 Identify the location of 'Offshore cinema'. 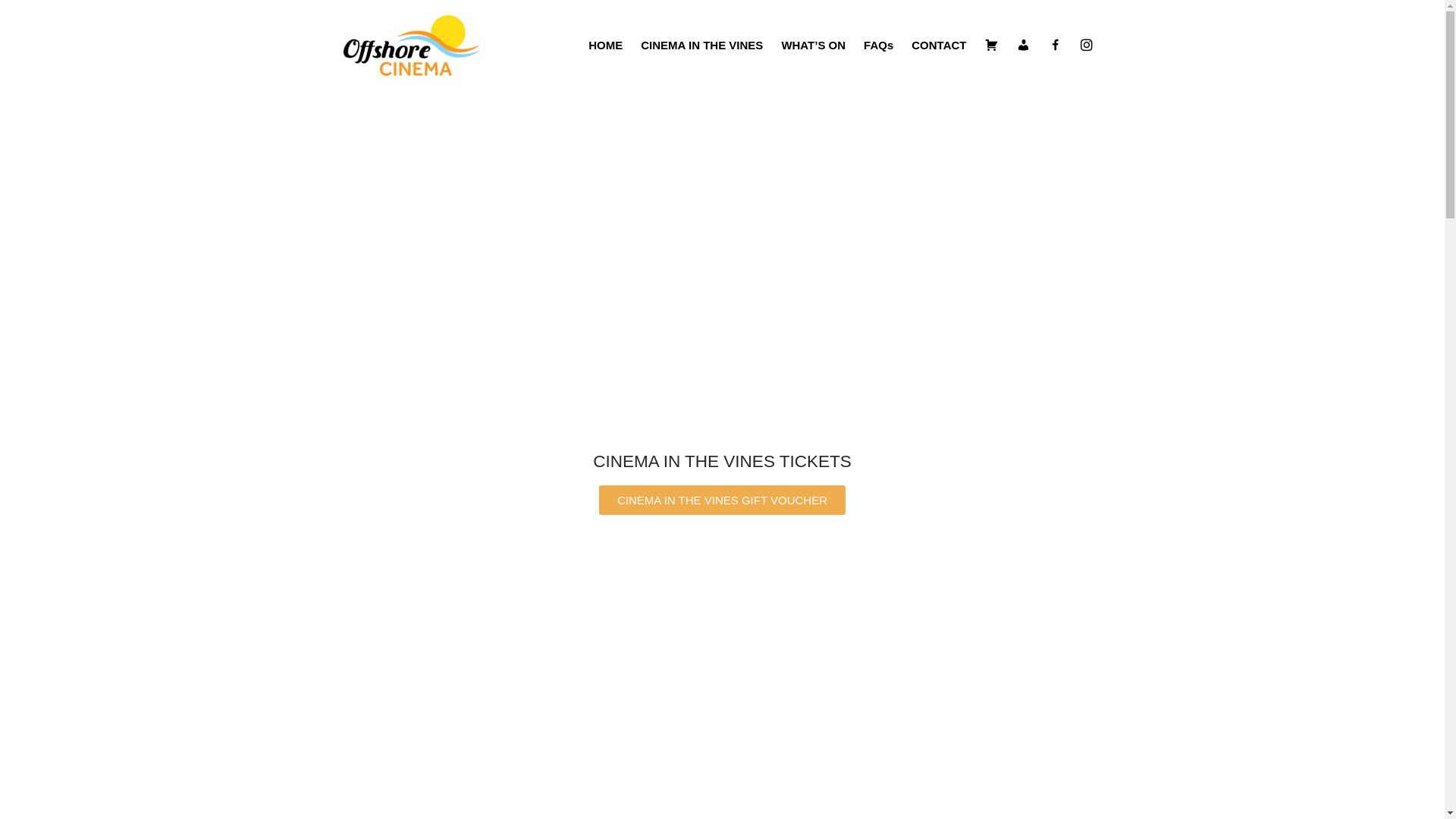
(541, 55).